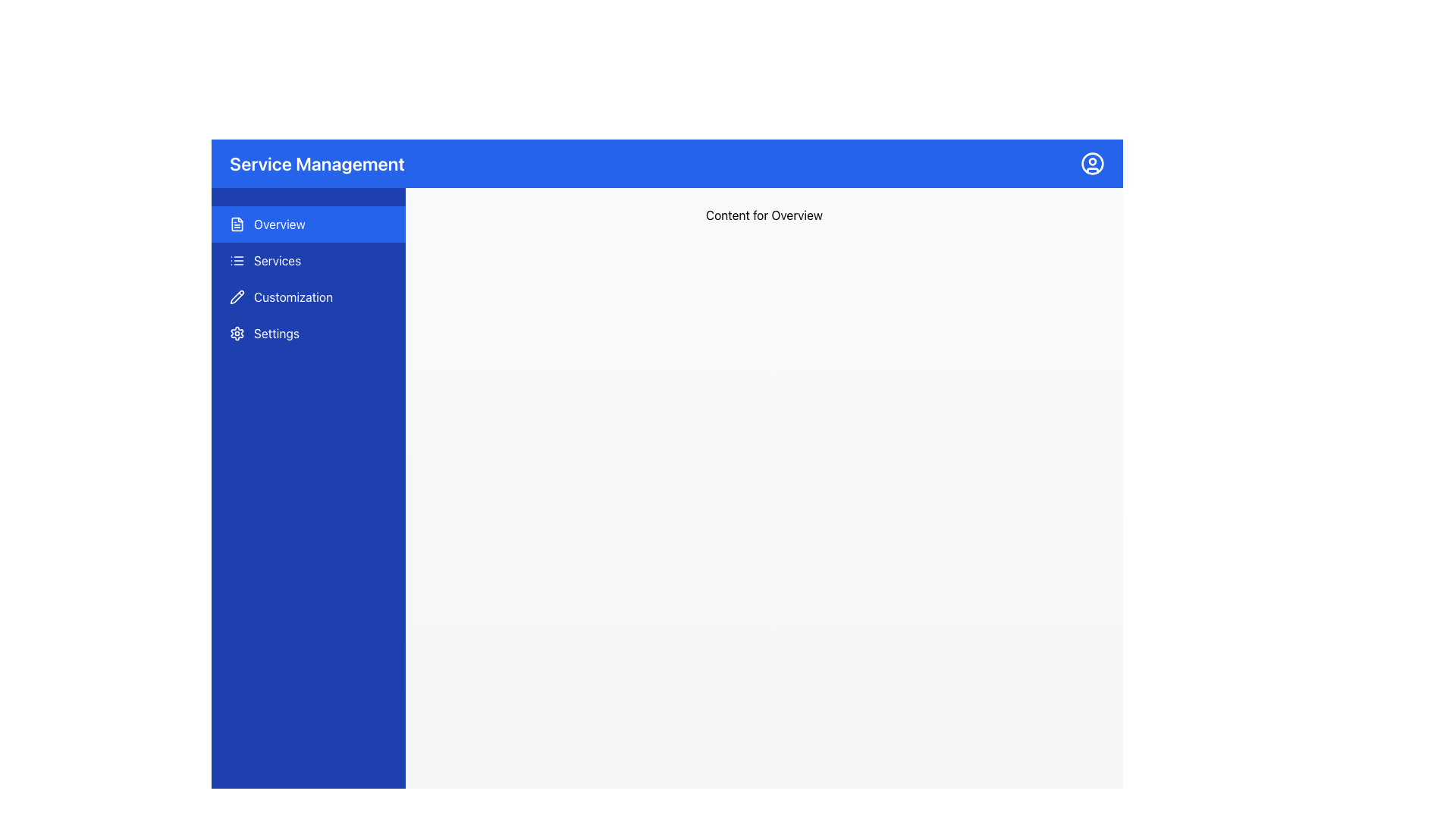  Describe the element at coordinates (236, 297) in the screenshot. I see `the pencil icon located to the left of the 'Customization' label in the vertical navigation menu` at that location.